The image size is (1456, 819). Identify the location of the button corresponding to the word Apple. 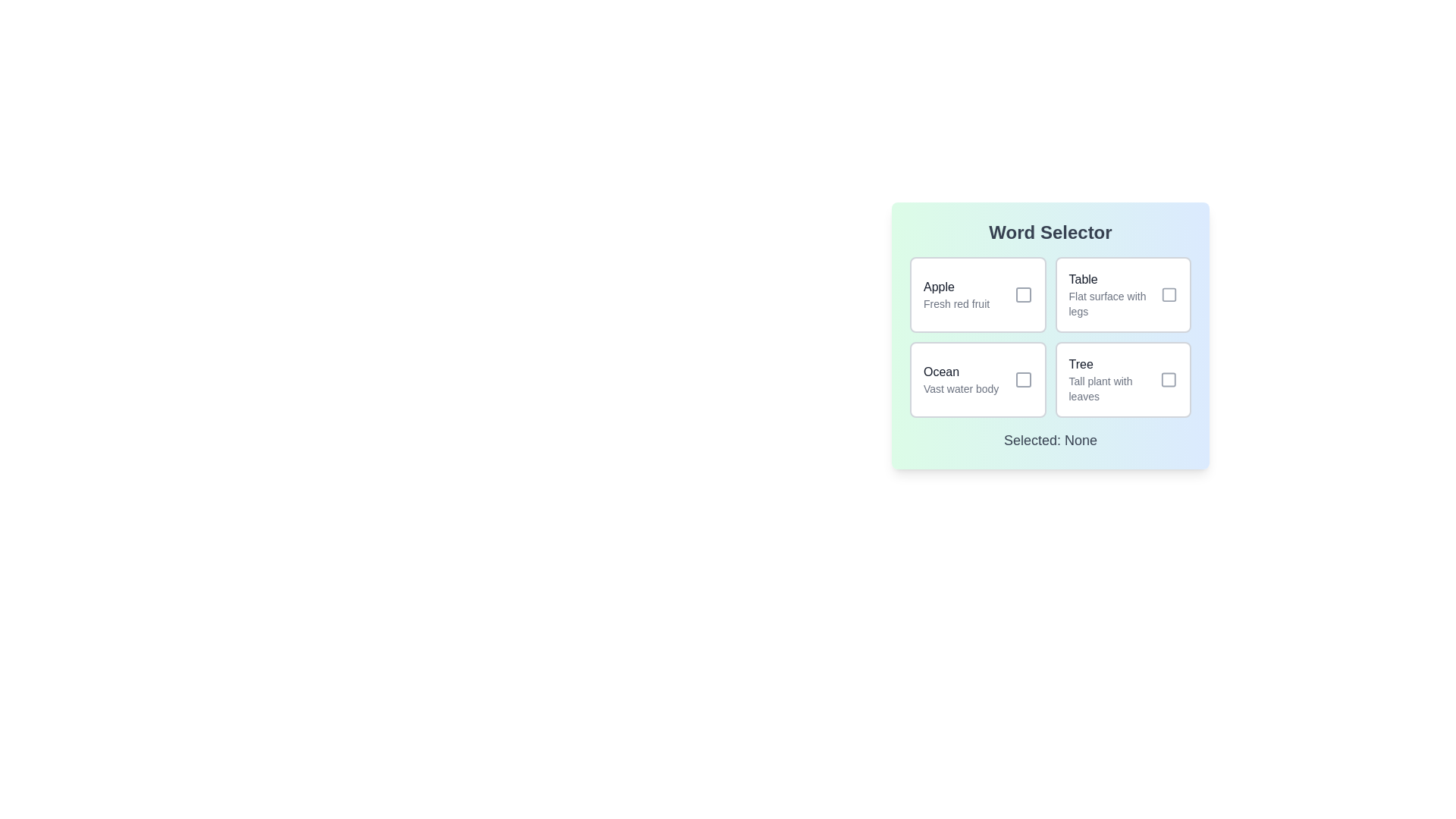
(977, 295).